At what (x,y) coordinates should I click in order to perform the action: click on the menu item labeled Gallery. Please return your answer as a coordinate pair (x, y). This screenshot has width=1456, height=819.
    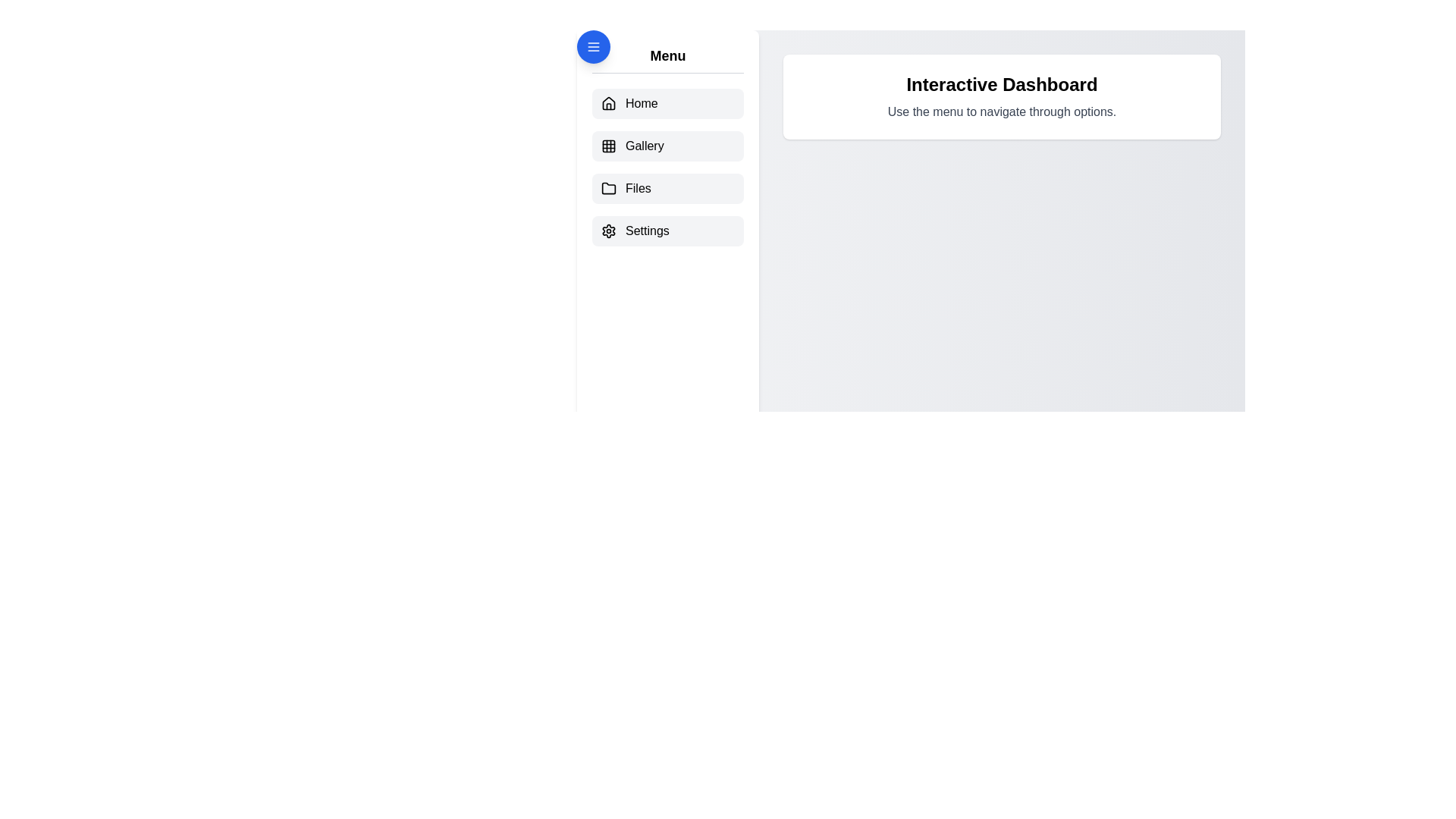
    Looking at the image, I should click on (667, 146).